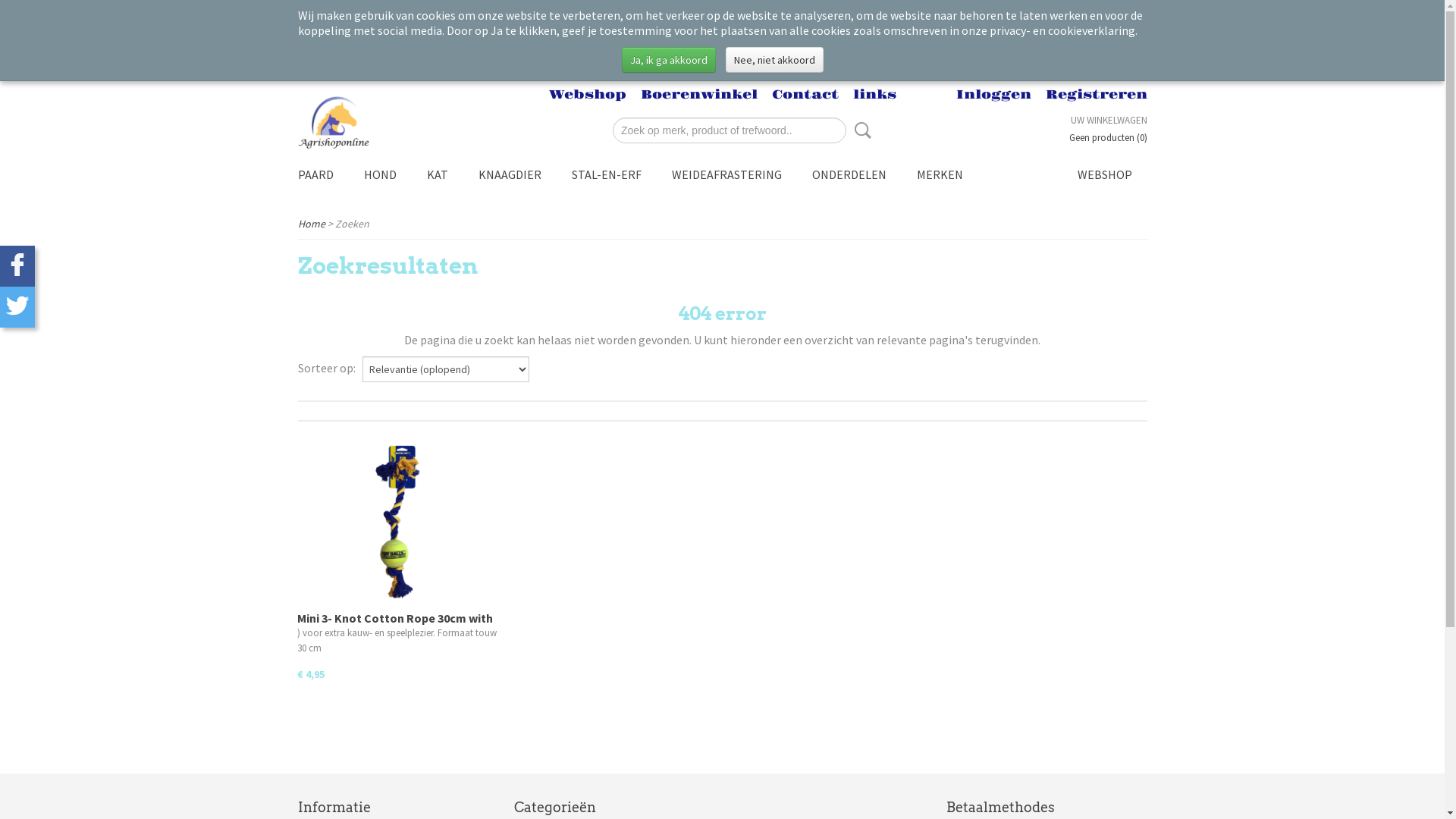 The height and width of the screenshot is (819, 1456). Describe the element at coordinates (1061, 174) in the screenshot. I see `'WEBSHOP'` at that location.